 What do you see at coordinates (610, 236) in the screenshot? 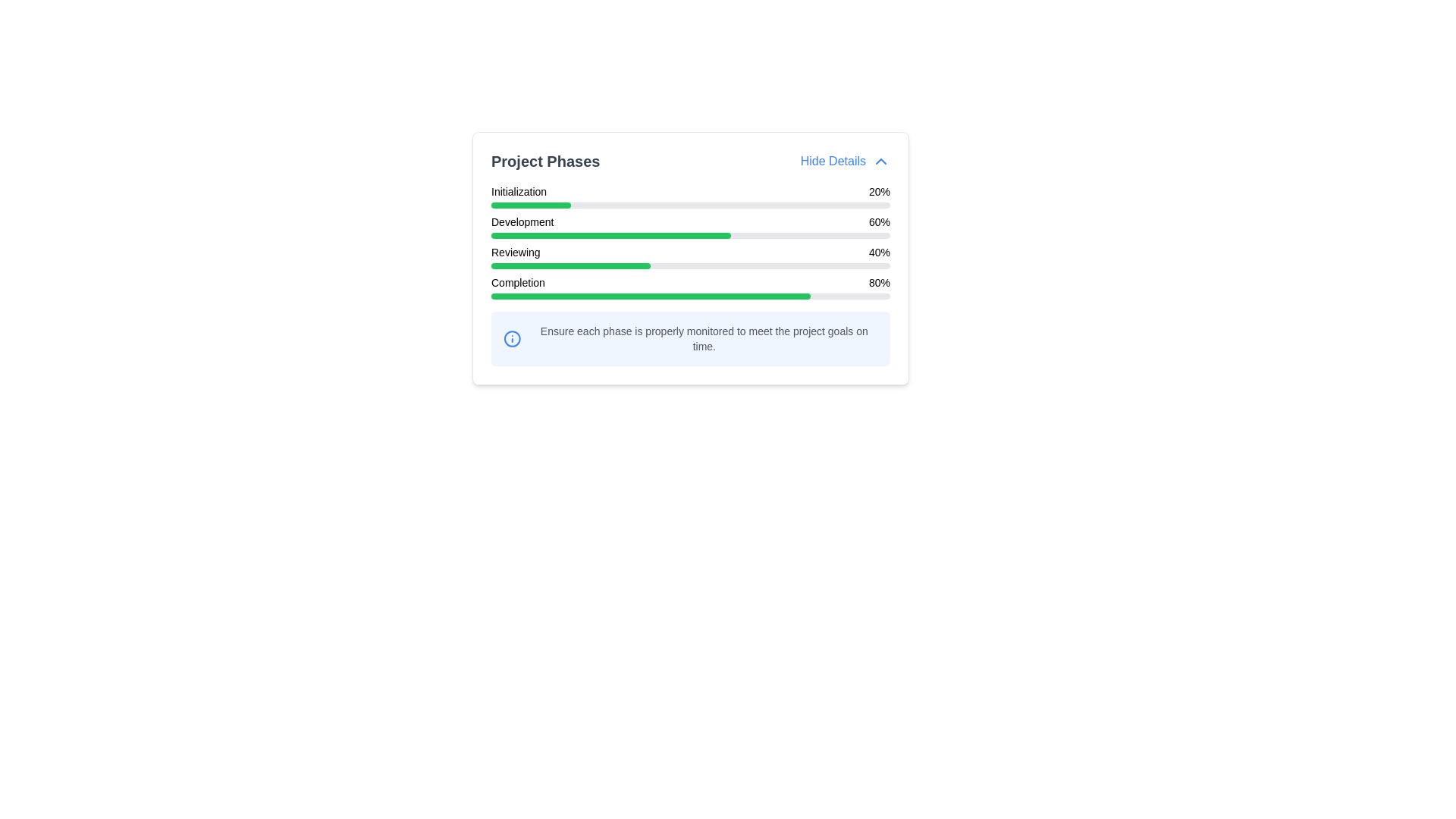
I see `the green horizontal progress bar segment within the 'Development' progress bar in the 'Project Phases' section` at bounding box center [610, 236].